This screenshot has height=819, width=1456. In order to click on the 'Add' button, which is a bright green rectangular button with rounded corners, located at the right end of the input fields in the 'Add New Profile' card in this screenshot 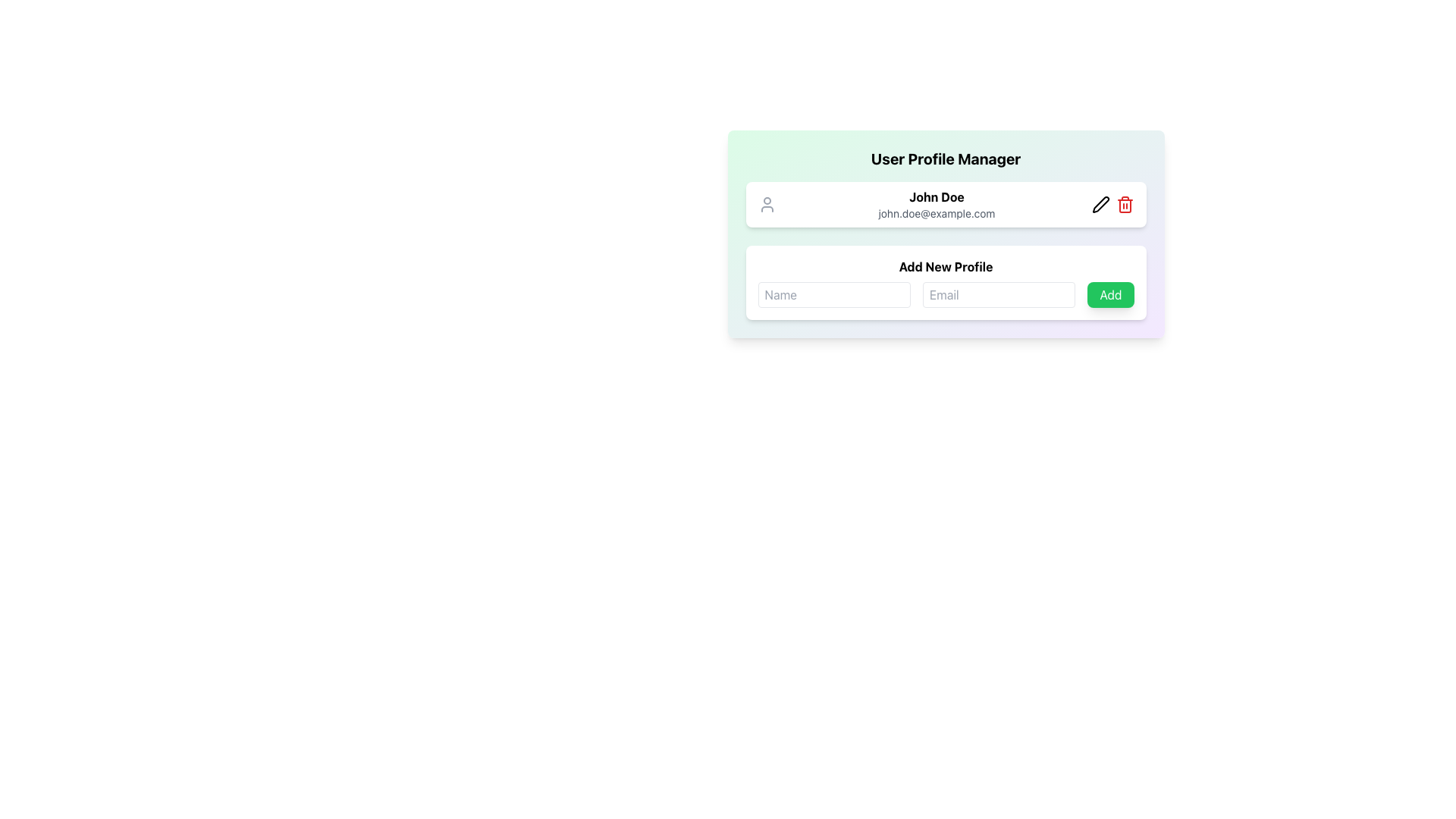, I will do `click(1110, 295)`.